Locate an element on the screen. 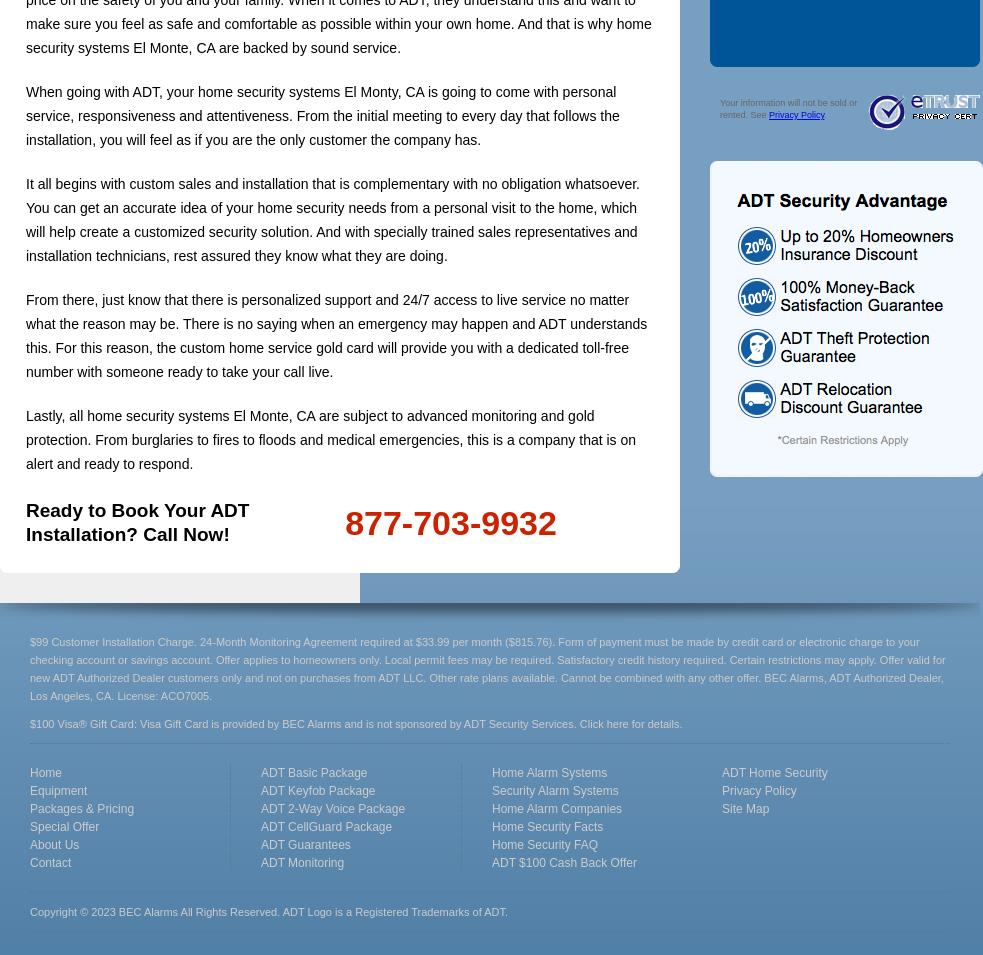 The image size is (983, 955). '$99 Customer Installation Charge. 24-Month Monitoring Agreement required at $33.99 per month ($815.76). Form of payment must be made by credit card or electronic charge to your checking account or savings account. Offer applies to homeowners only. Local permit fees may be required. Satisfactory credit history required. Certain restrictions may apply. Offer valid for new ADT Authorized Dealer customers only and not on purchases from ADT LLC. Other rate plans available. Cannot be combined with any other offer. BEC Alarms, ADT Authorized Dealer, Los Angeles, CA. License: ACO7005.' is located at coordinates (486, 667).